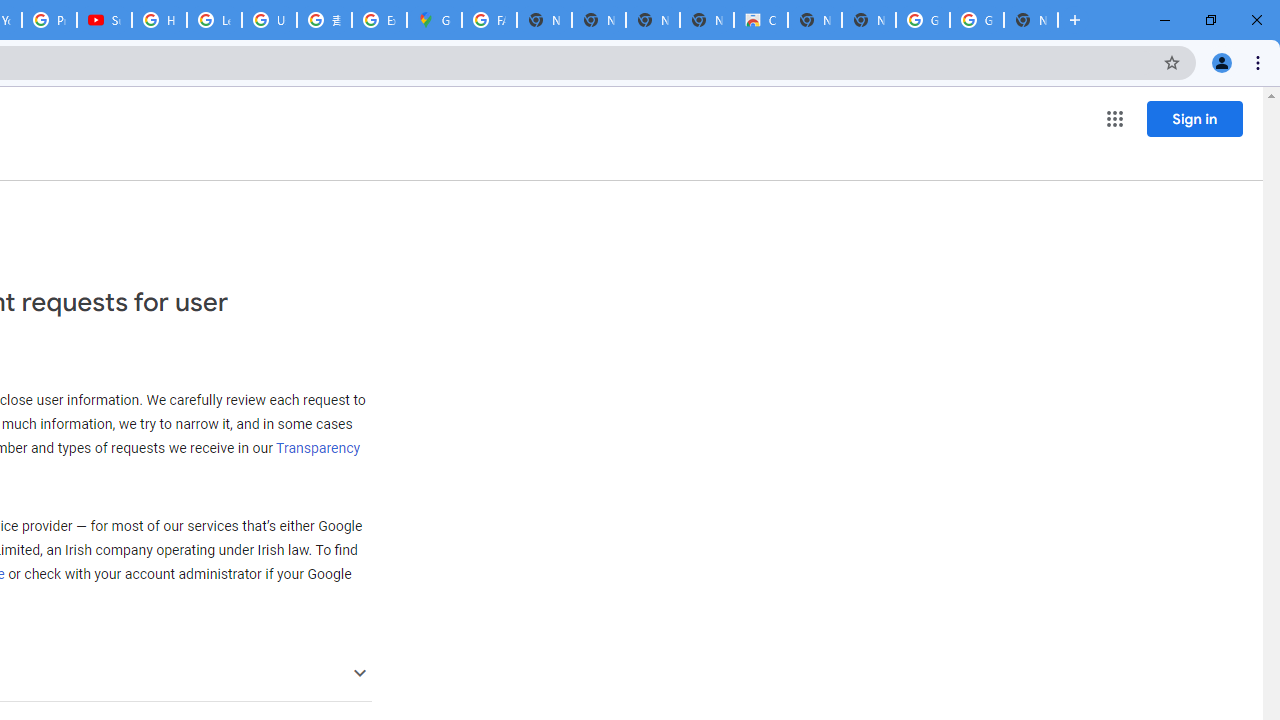 This screenshot has height=720, width=1280. Describe the element at coordinates (976, 20) in the screenshot. I see `'Google Images'` at that location.